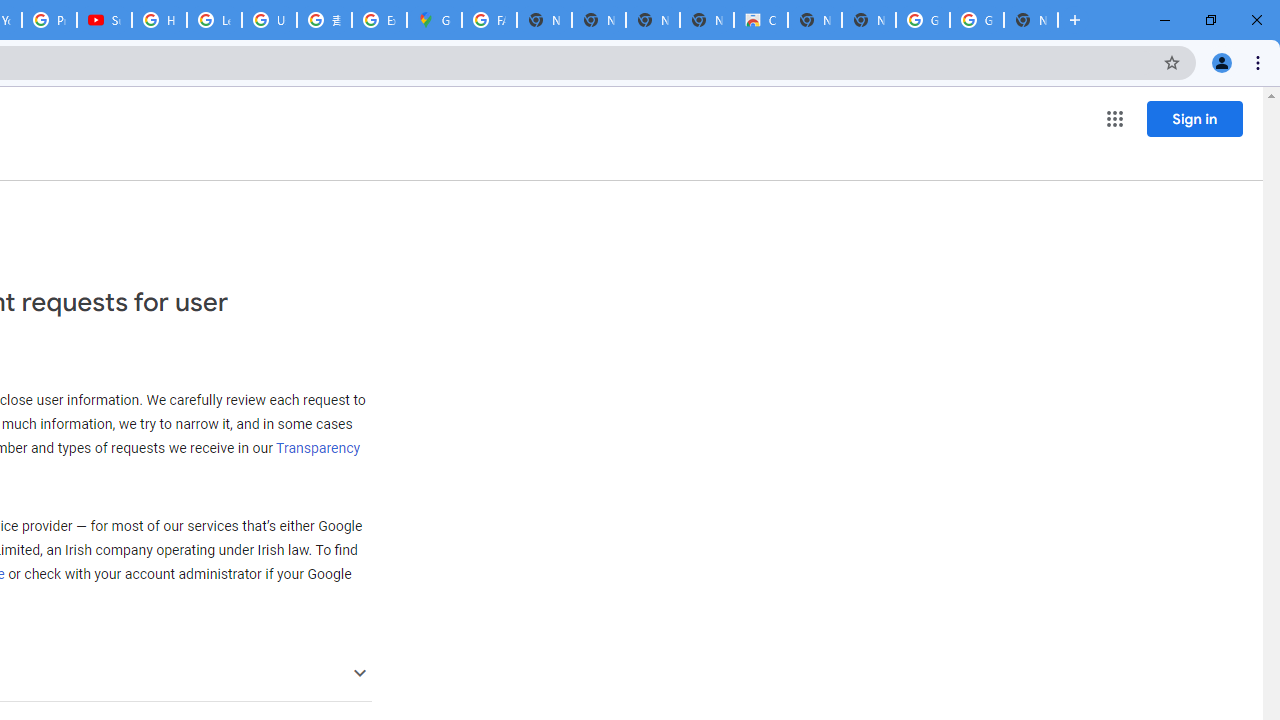 This screenshot has height=720, width=1280. Describe the element at coordinates (976, 20) in the screenshot. I see `'Google Images'` at that location.